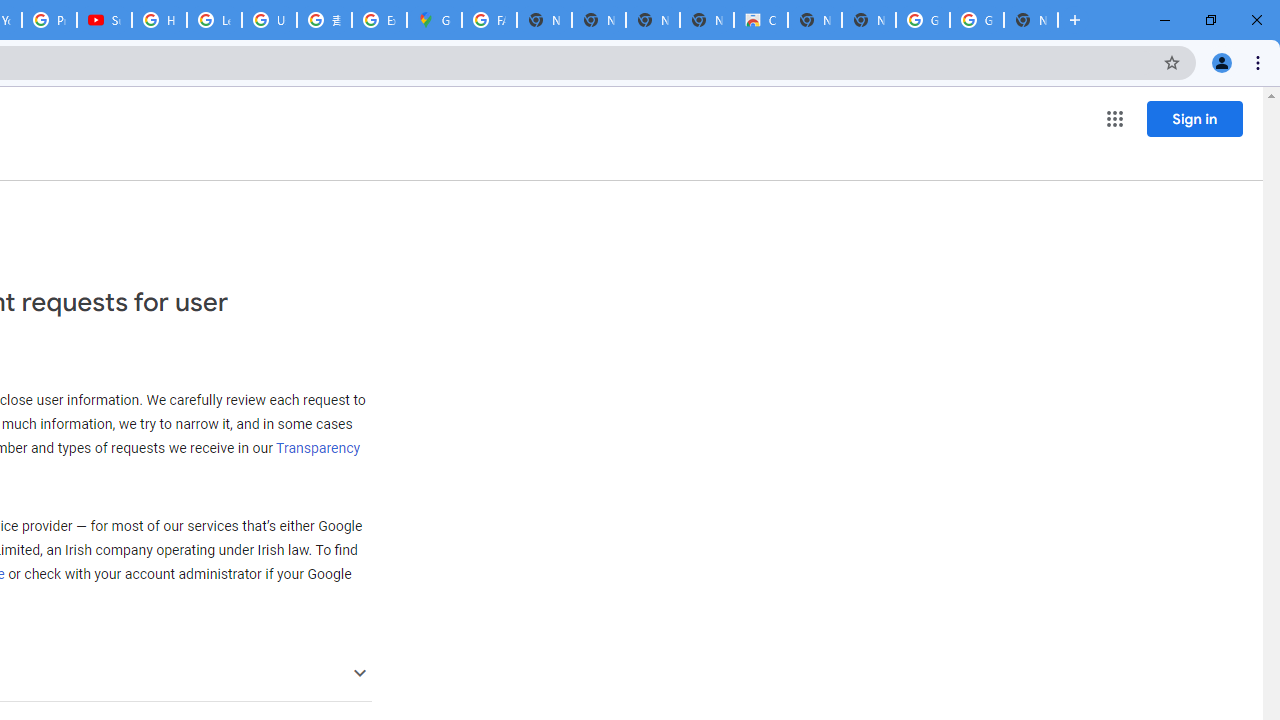 This screenshot has height=720, width=1280. Describe the element at coordinates (976, 20) in the screenshot. I see `'Google Images'` at that location.